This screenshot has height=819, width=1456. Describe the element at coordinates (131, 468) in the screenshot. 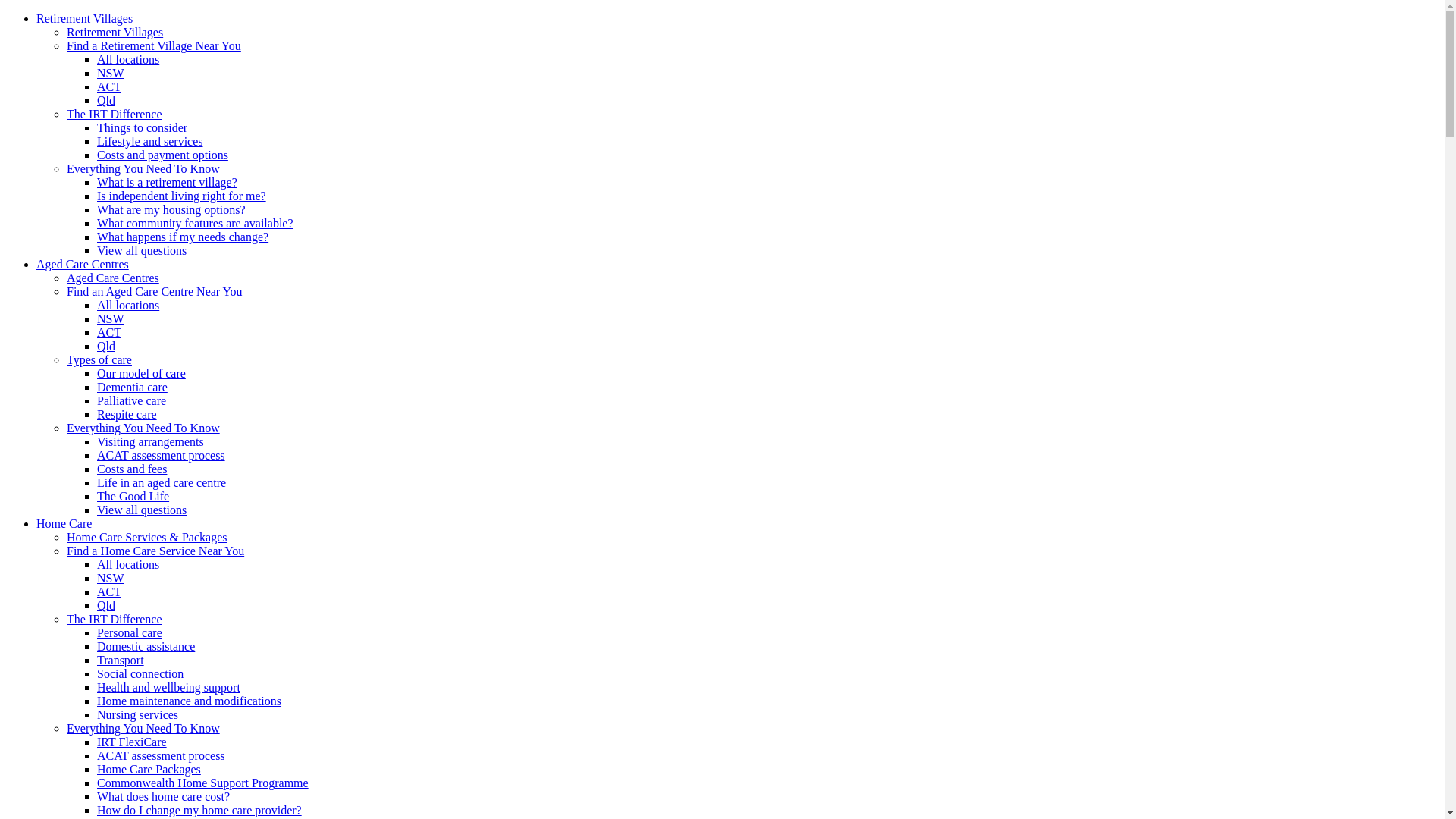

I see `'Costs and fees'` at that location.